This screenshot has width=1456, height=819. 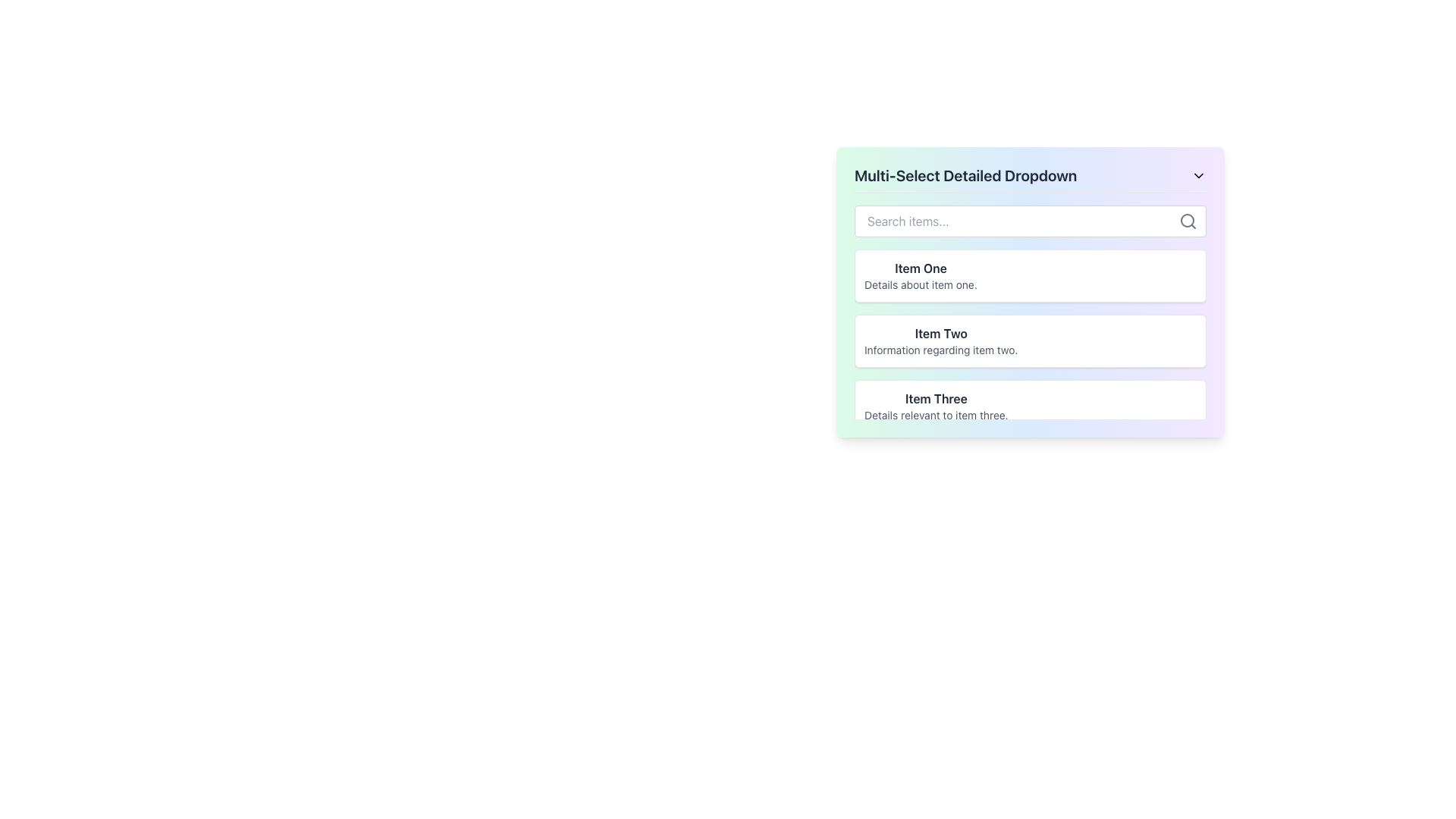 What do you see at coordinates (1030, 341) in the screenshot?
I see `the selectable list item labeled 'Item Two' in the dropdown menu` at bounding box center [1030, 341].